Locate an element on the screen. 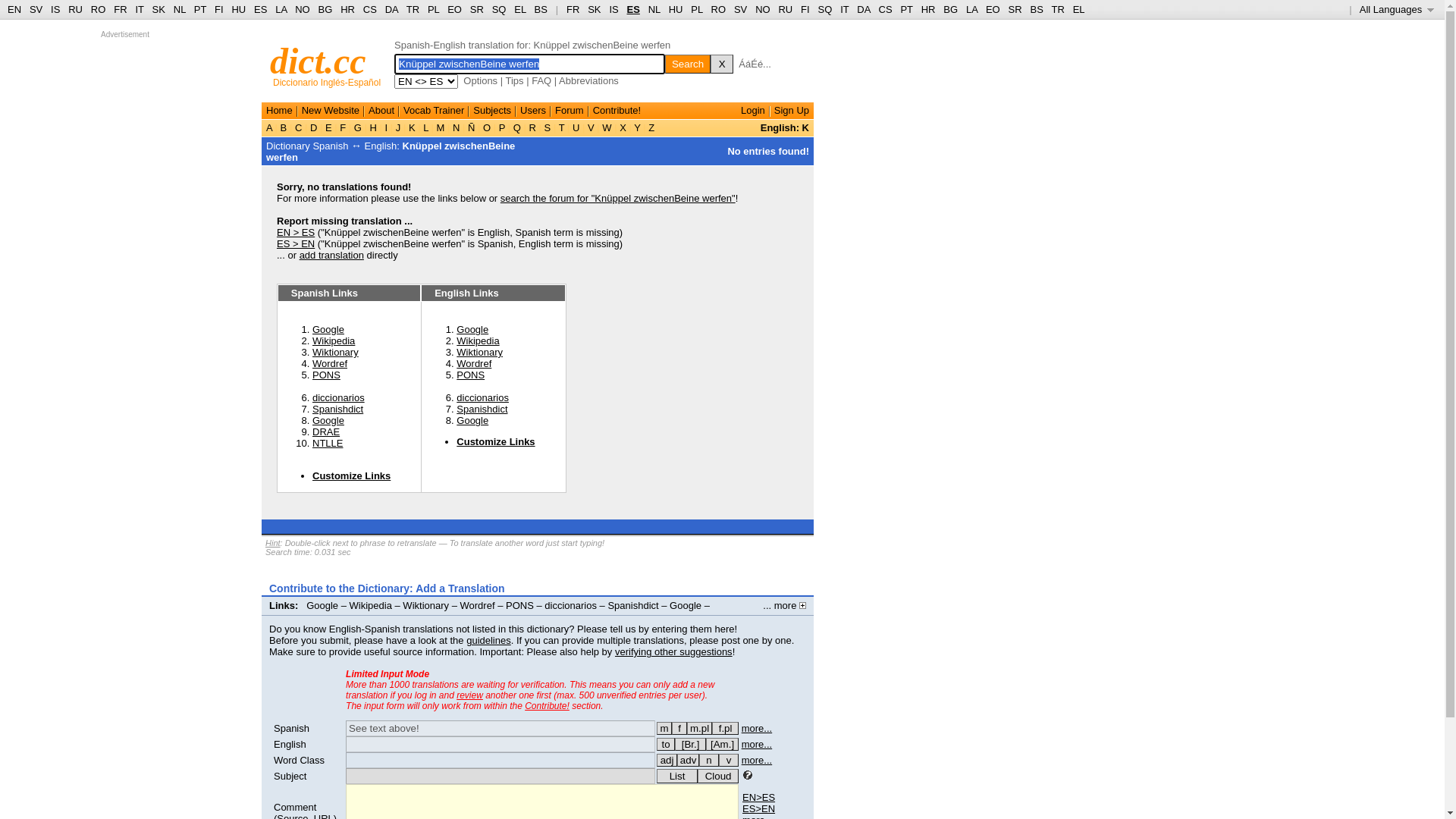  'D' is located at coordinates (312, 127).